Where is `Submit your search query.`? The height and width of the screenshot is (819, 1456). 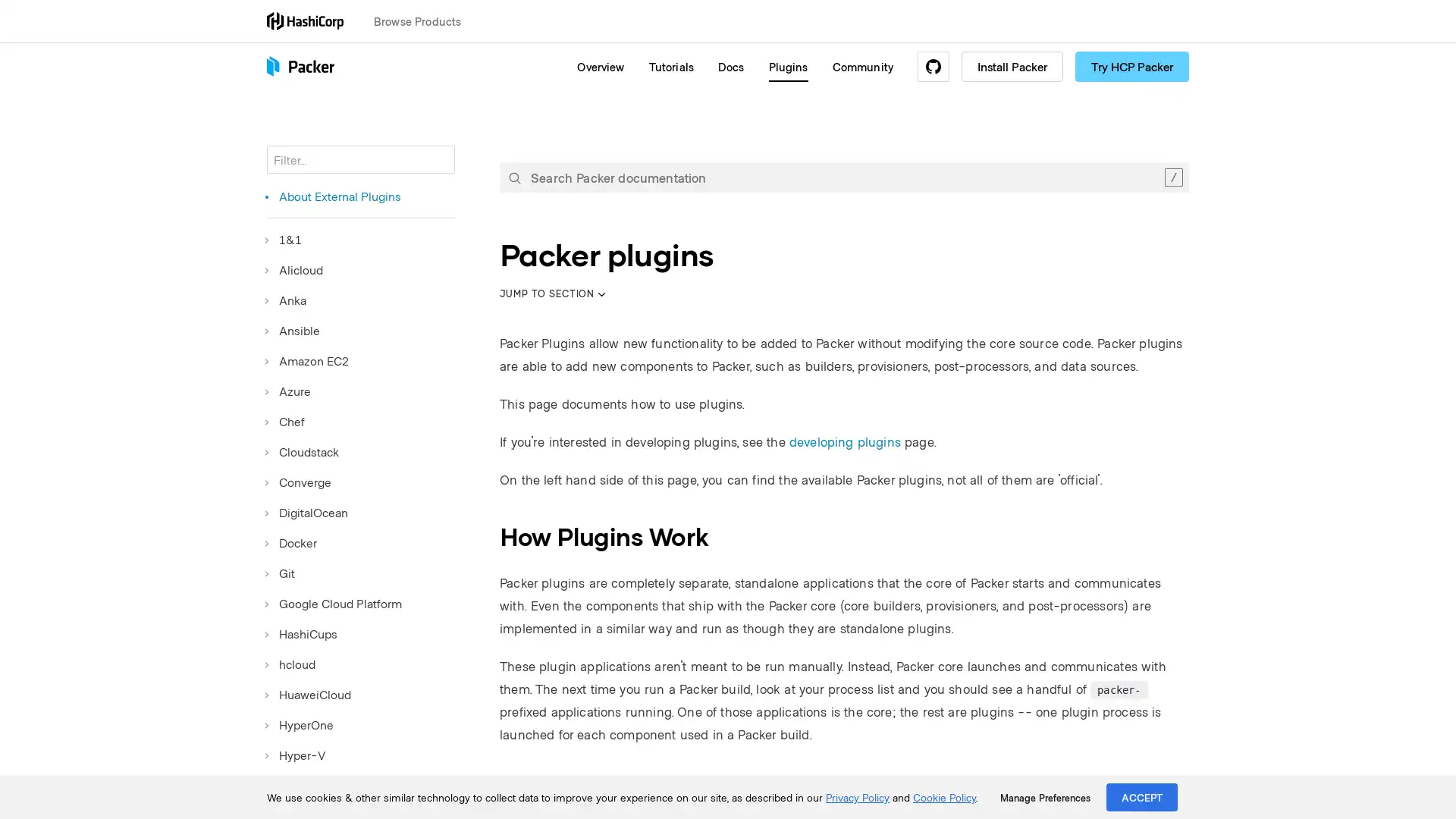
Submit your search query. is located at coordinates (514, 177).